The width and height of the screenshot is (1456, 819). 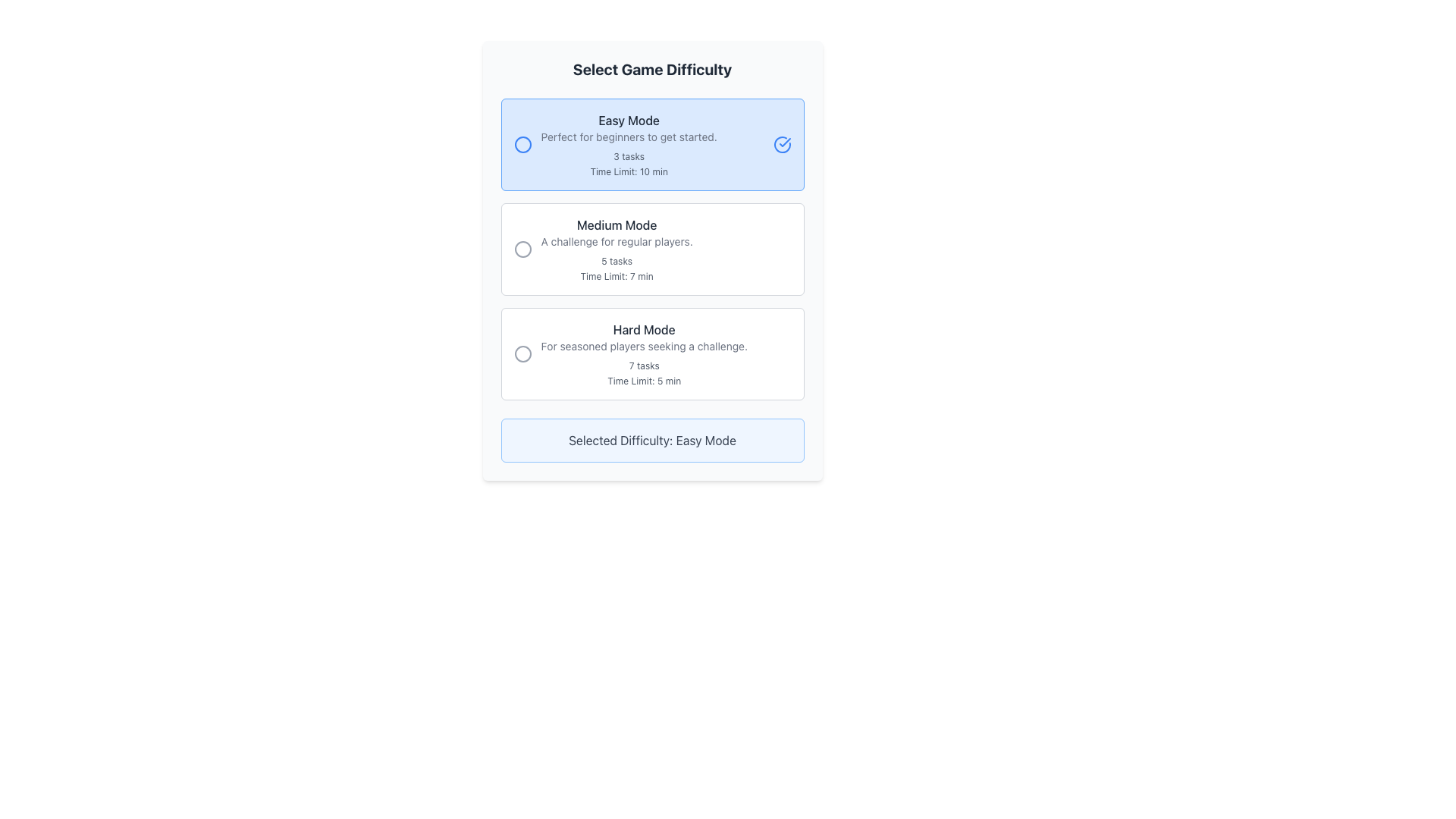 What do you see at coordinates (629, 137) in the screenshot?
I see `the text label displaying 'Perfect for beginners to get started.' located beneath the header 'Easy Mode'` at bounding box center [629, 137].